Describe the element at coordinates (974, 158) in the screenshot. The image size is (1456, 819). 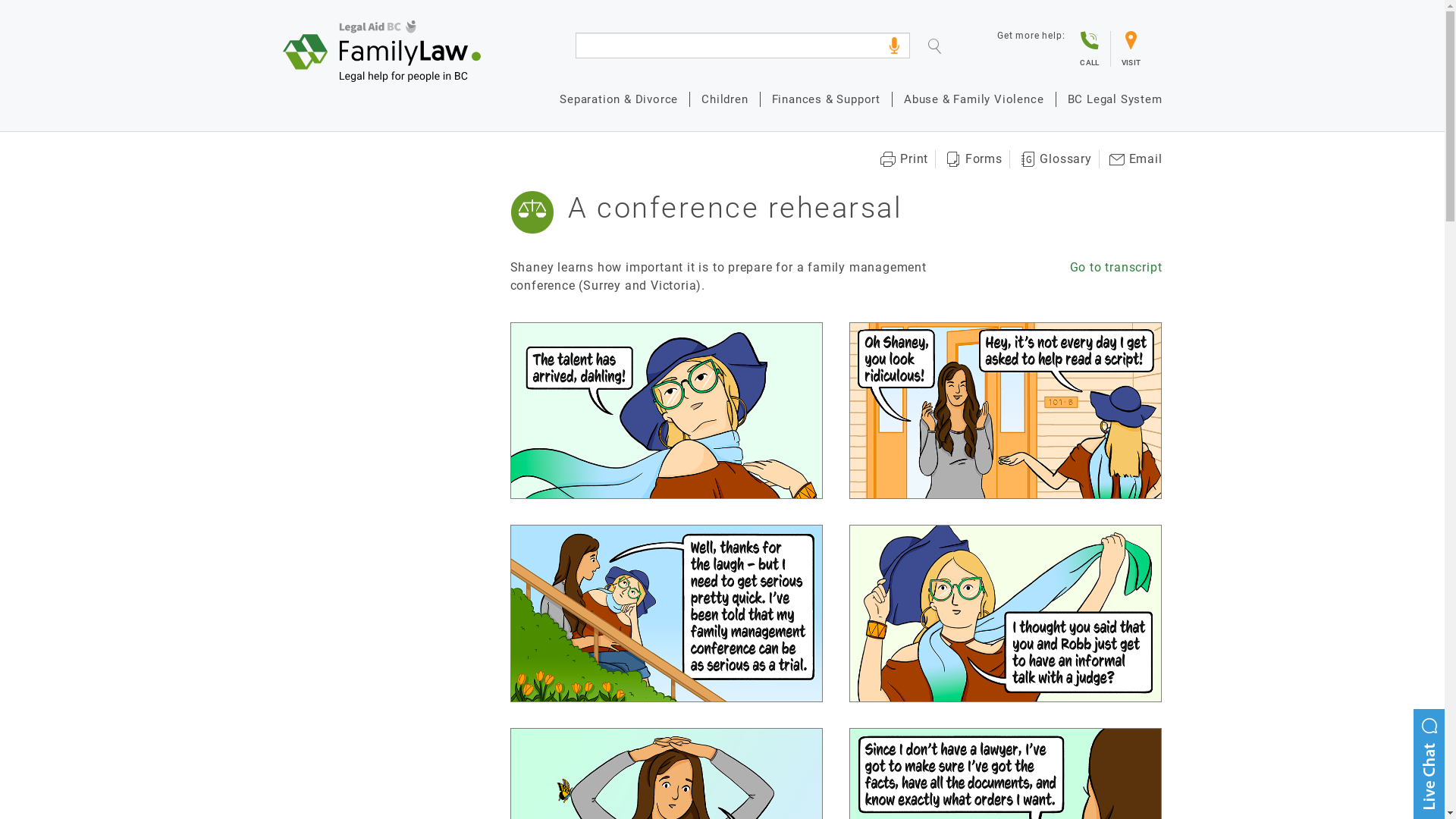
I see `'Forms'` at that location.